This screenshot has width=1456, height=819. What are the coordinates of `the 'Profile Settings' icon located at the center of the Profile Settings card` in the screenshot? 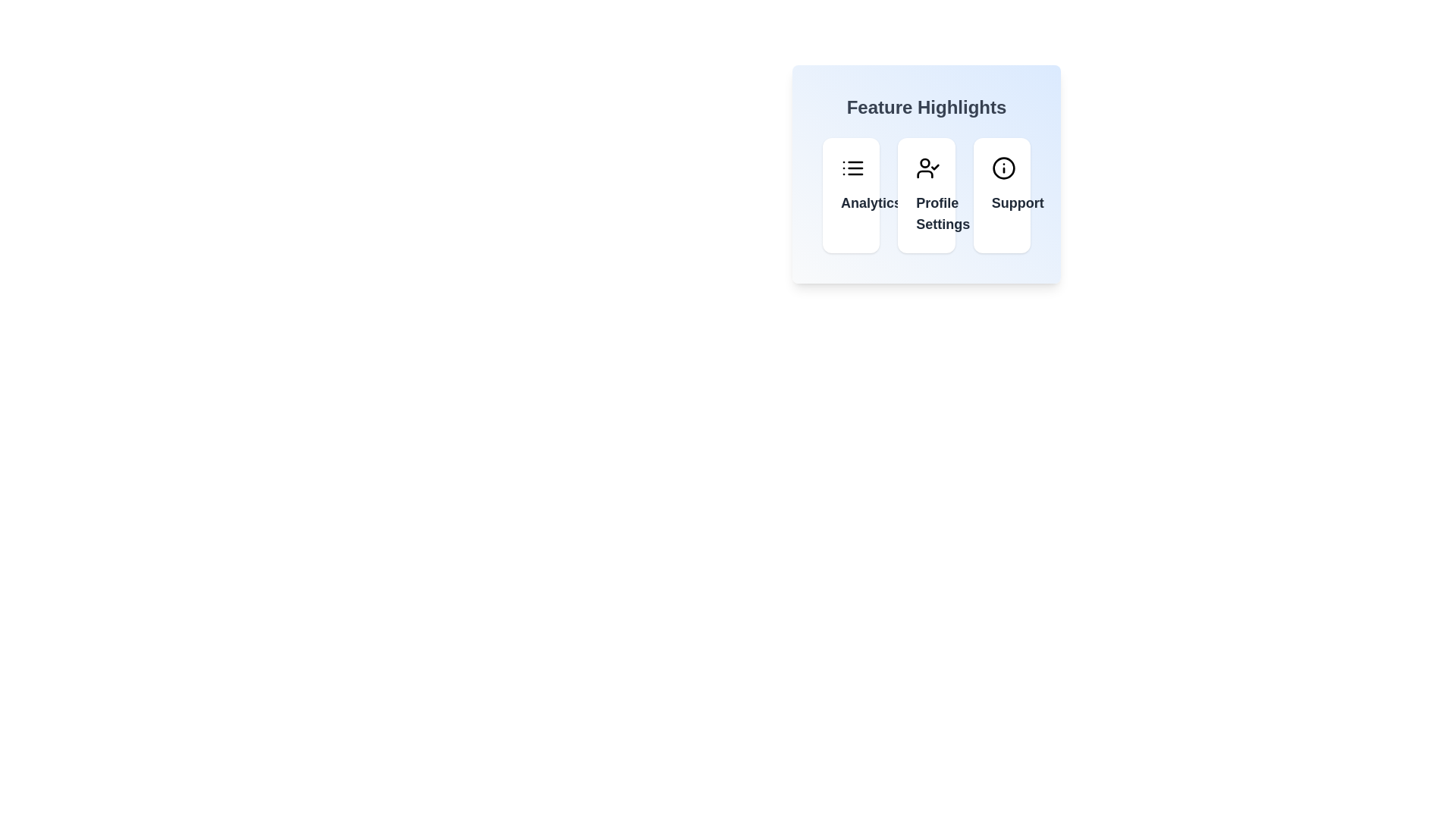 It's located at (927, 168).